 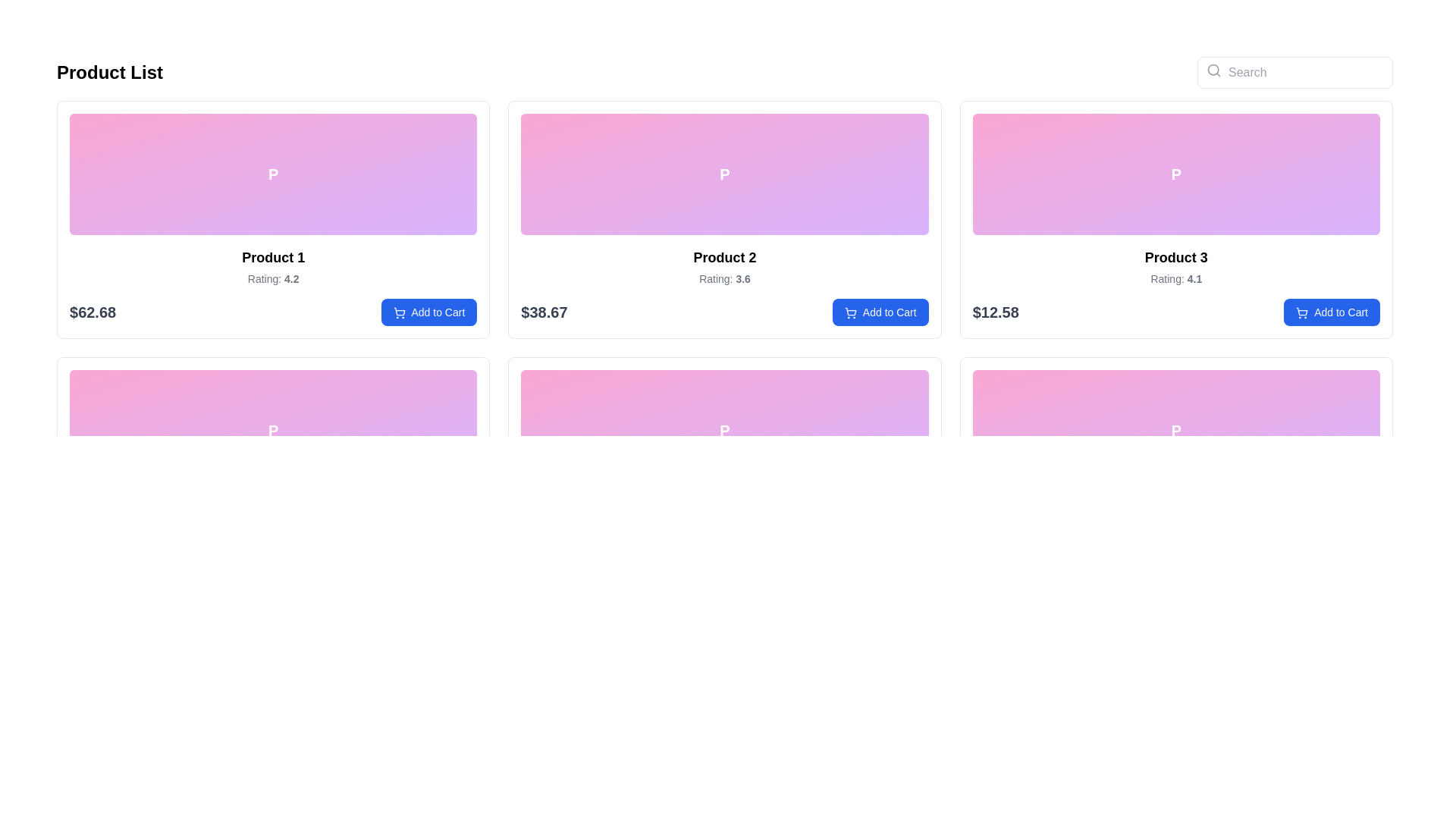 What do you see at coordinates (273, 430) in the screenshot?
I see `the image placeholder for 'Product 4' located in the upper section of its card` at bounding box center [273, 430].